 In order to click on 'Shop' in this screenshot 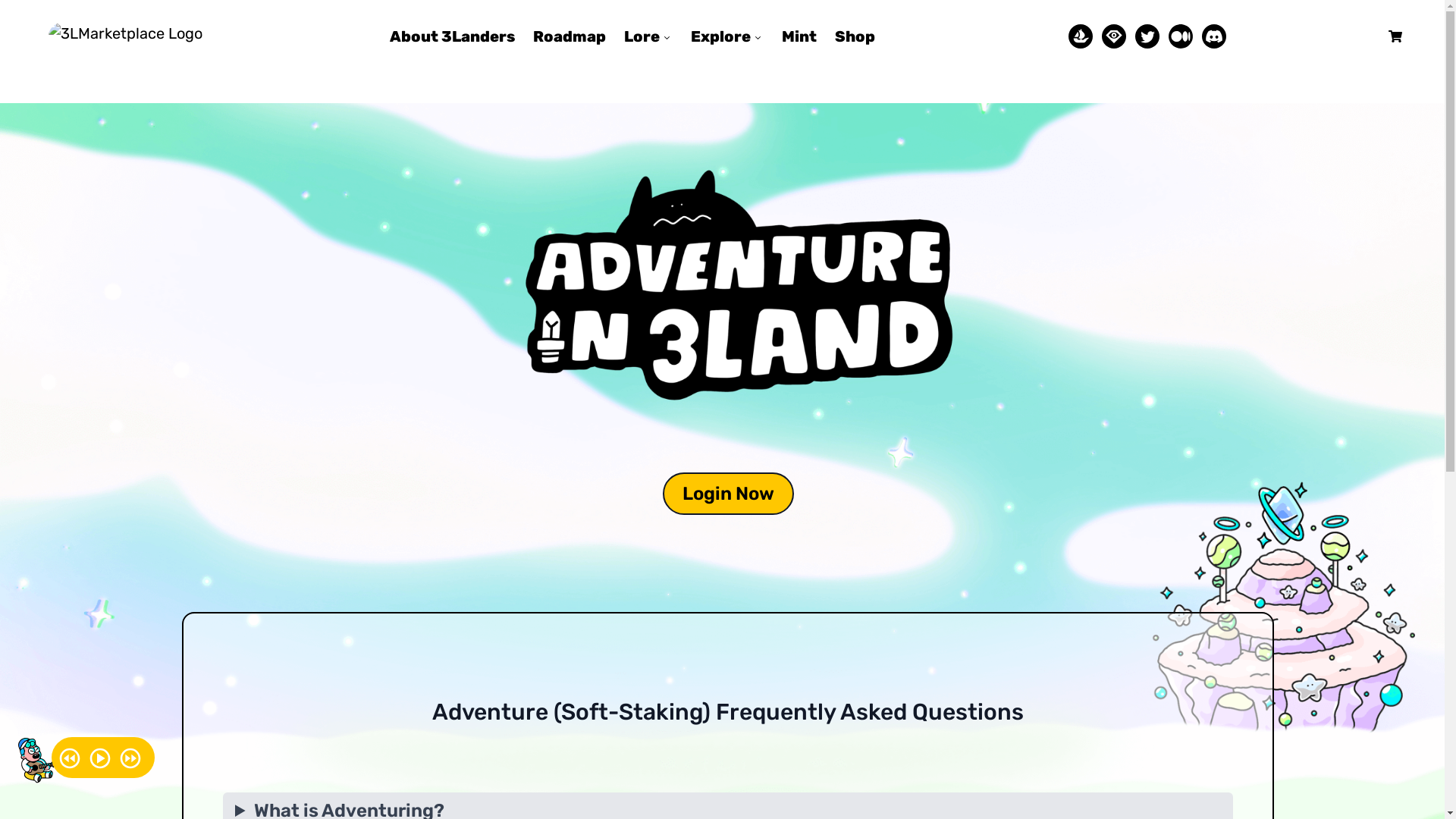, I will do `click(855, 35)`.